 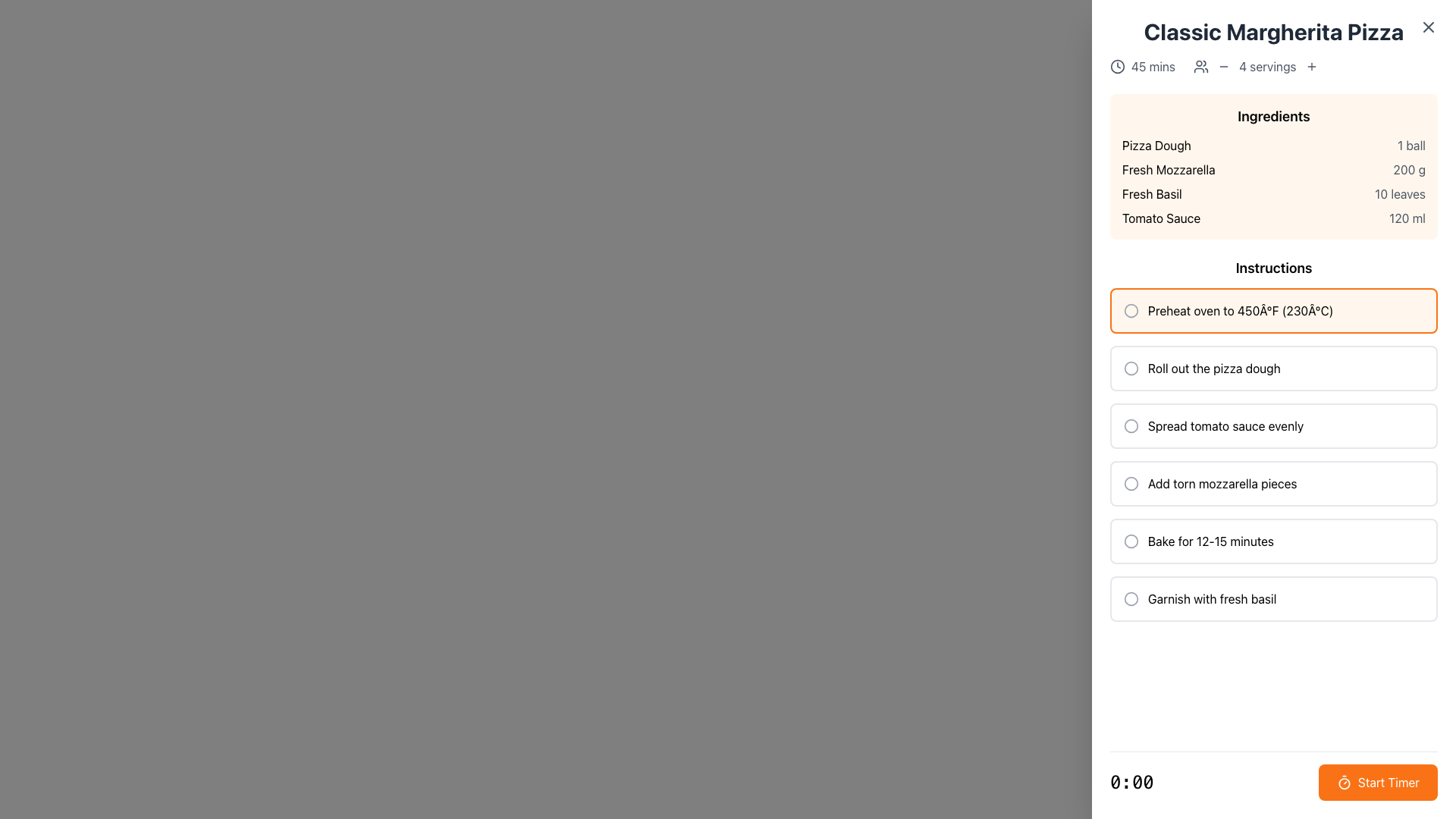 What do you see at coordinates (1399, 193) in the screenshot?
I see `the non-interactive label displaying the quantity of 'Fresh Basil' in the recipe's ingredient list` at bounding box center [1399, 193].